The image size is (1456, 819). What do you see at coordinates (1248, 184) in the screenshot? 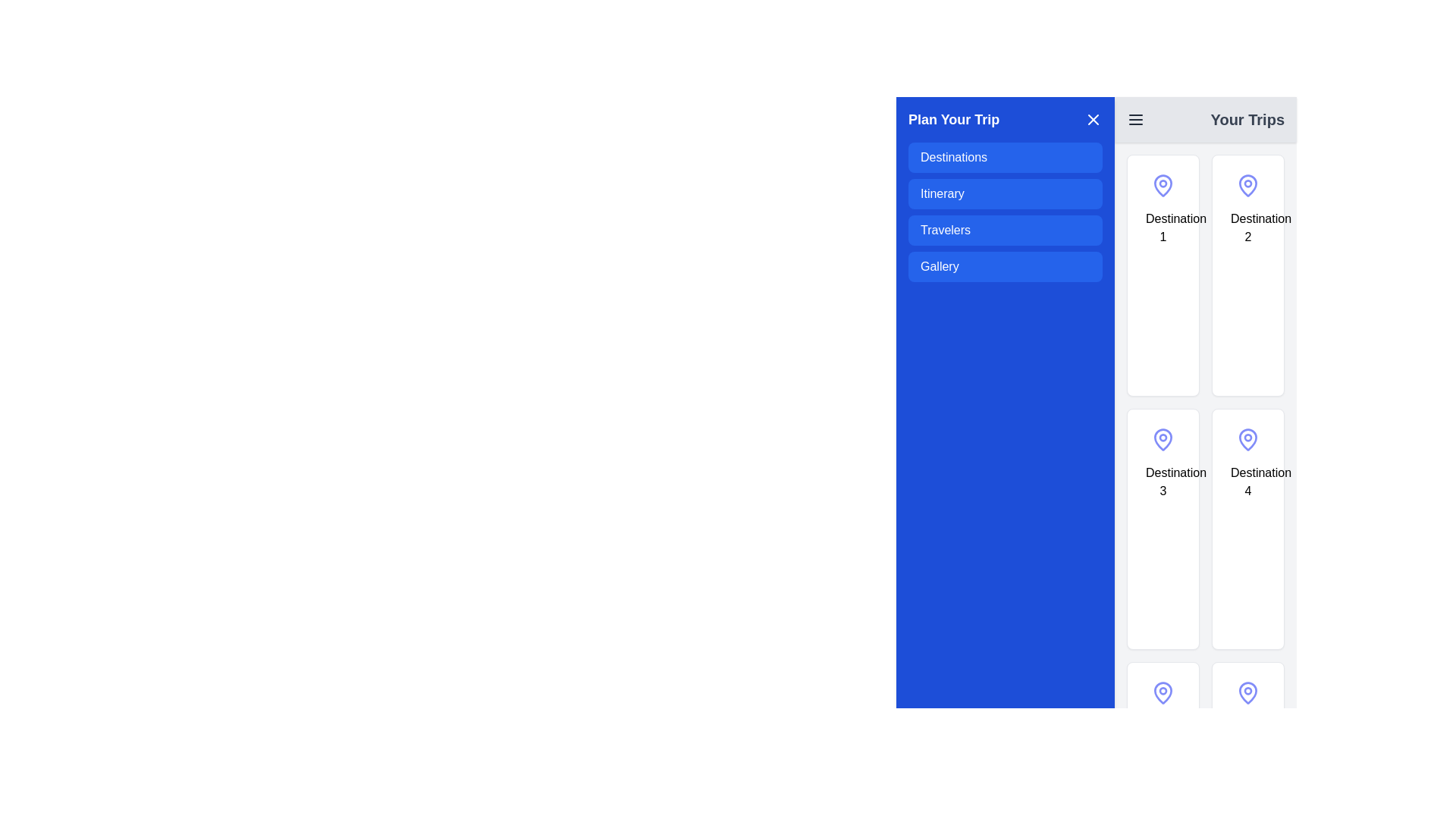
I see `the map pin icon representing a specific location in the second card of the 'Your Trips' section, under 'Destination 2'` at bounding box center [1248, 184].